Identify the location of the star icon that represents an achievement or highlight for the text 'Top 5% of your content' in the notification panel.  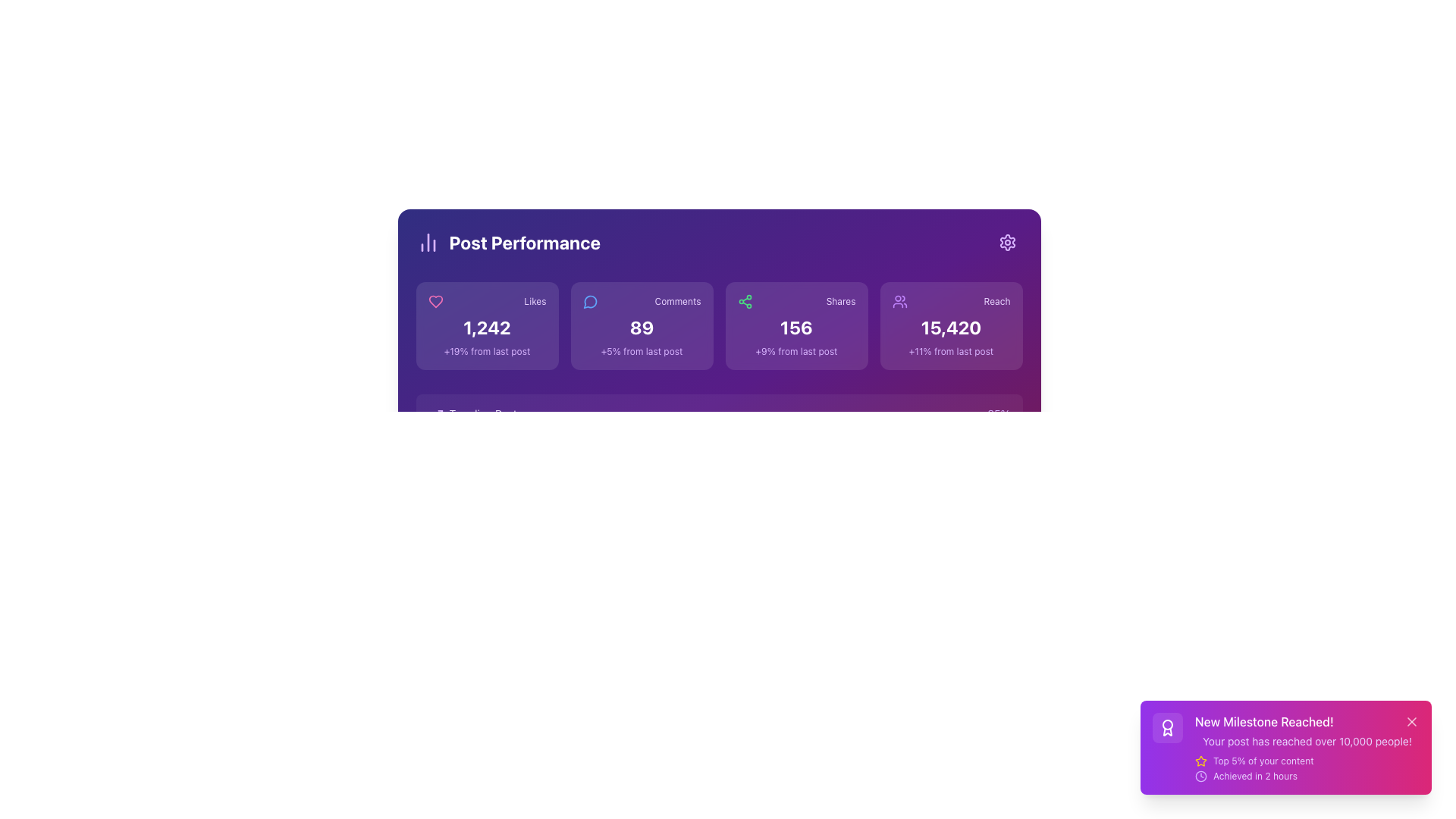
(1200, 761).